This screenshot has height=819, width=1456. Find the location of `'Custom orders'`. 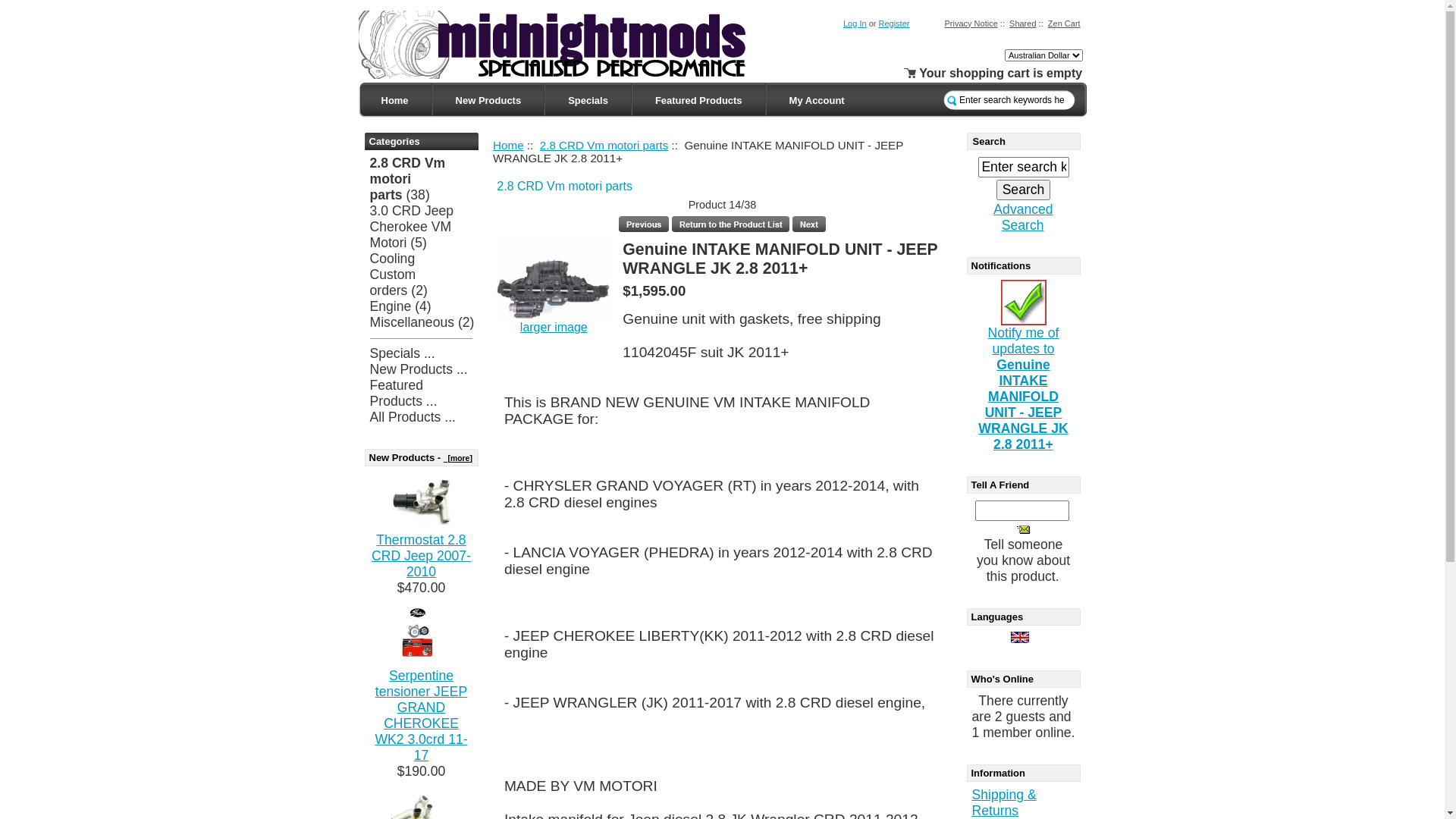

'Custom orders' is located at coordinates (393, 282).